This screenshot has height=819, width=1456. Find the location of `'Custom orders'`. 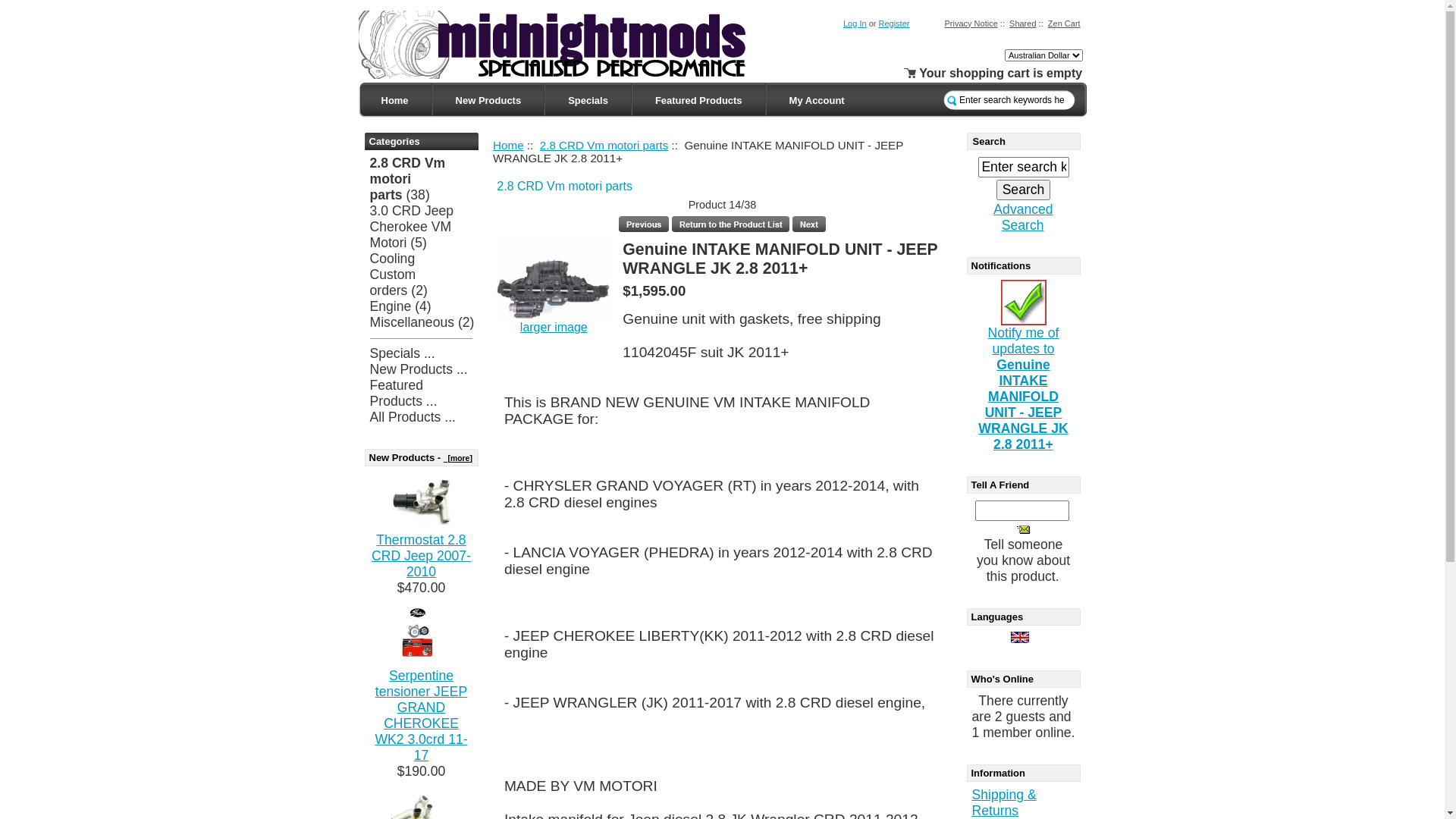

'Custom orders' is located at coordinates (393, 282).